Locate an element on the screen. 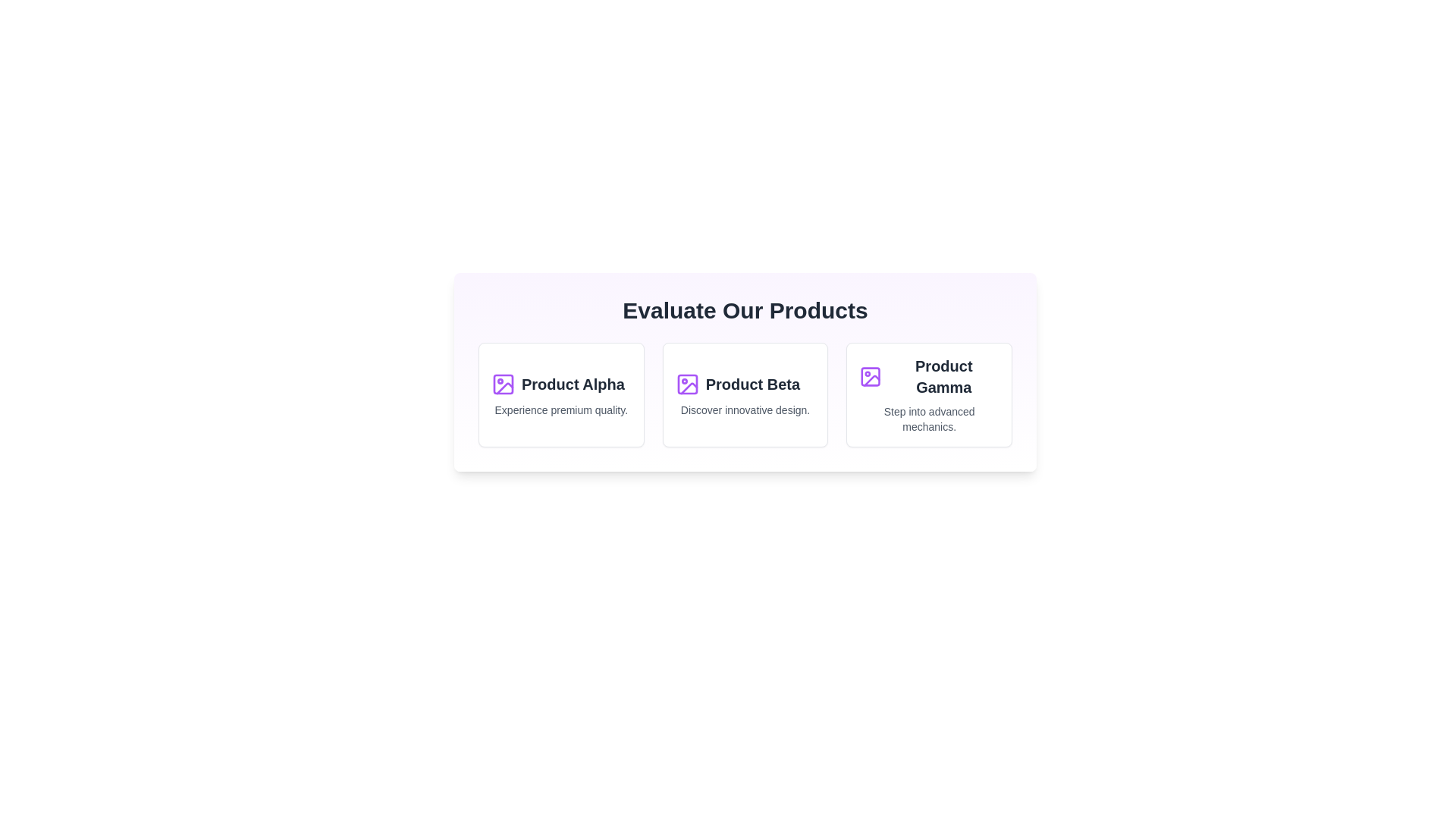  displayed text of the text label element titled 'Product Gamma', which is the last in a row of product presentations and styled prominently is located at coordinates (943, 376).